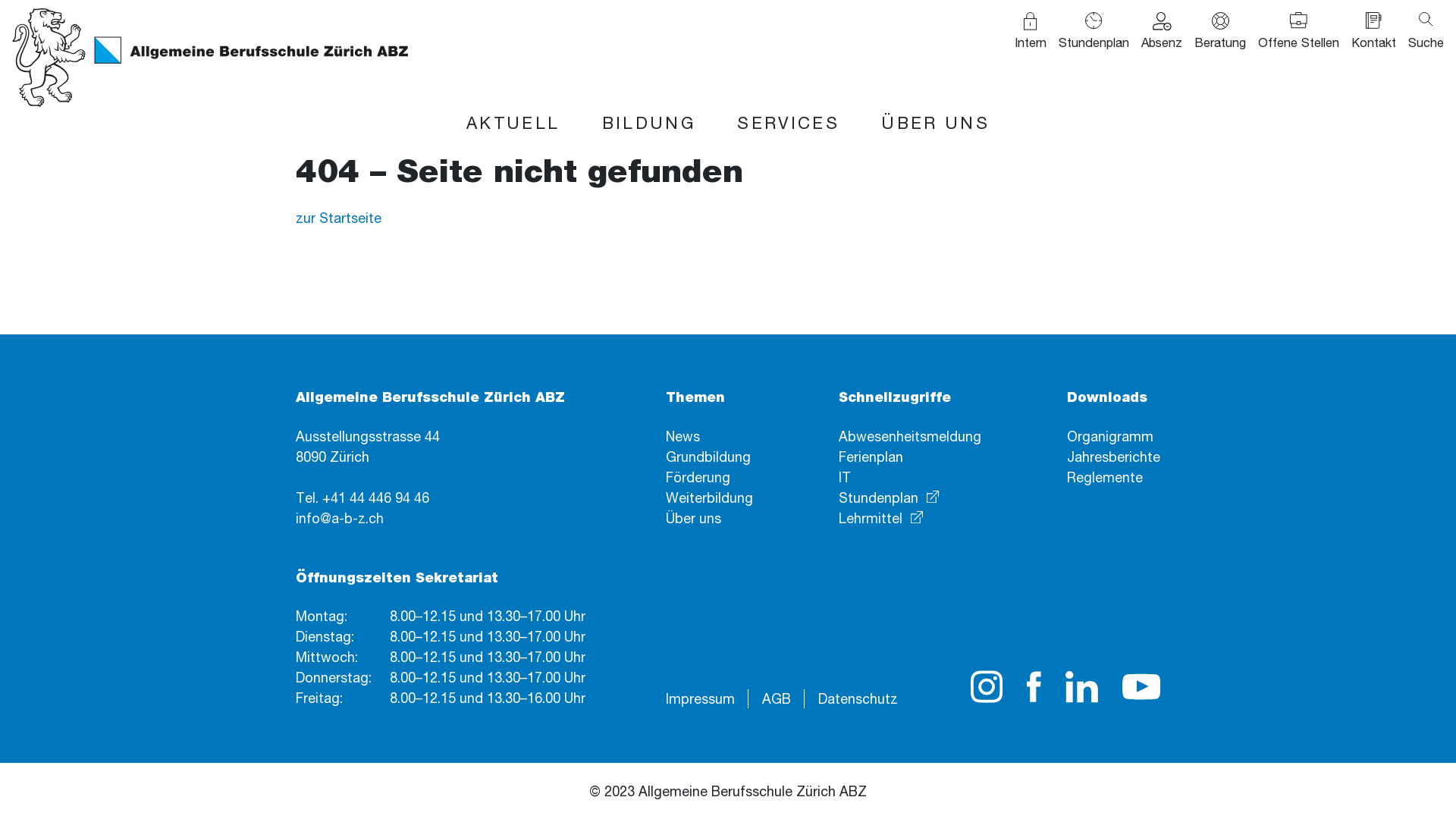  Describe the element at coordinates (1425, 32) in the screenshot. I see `'Suche'` at that location.